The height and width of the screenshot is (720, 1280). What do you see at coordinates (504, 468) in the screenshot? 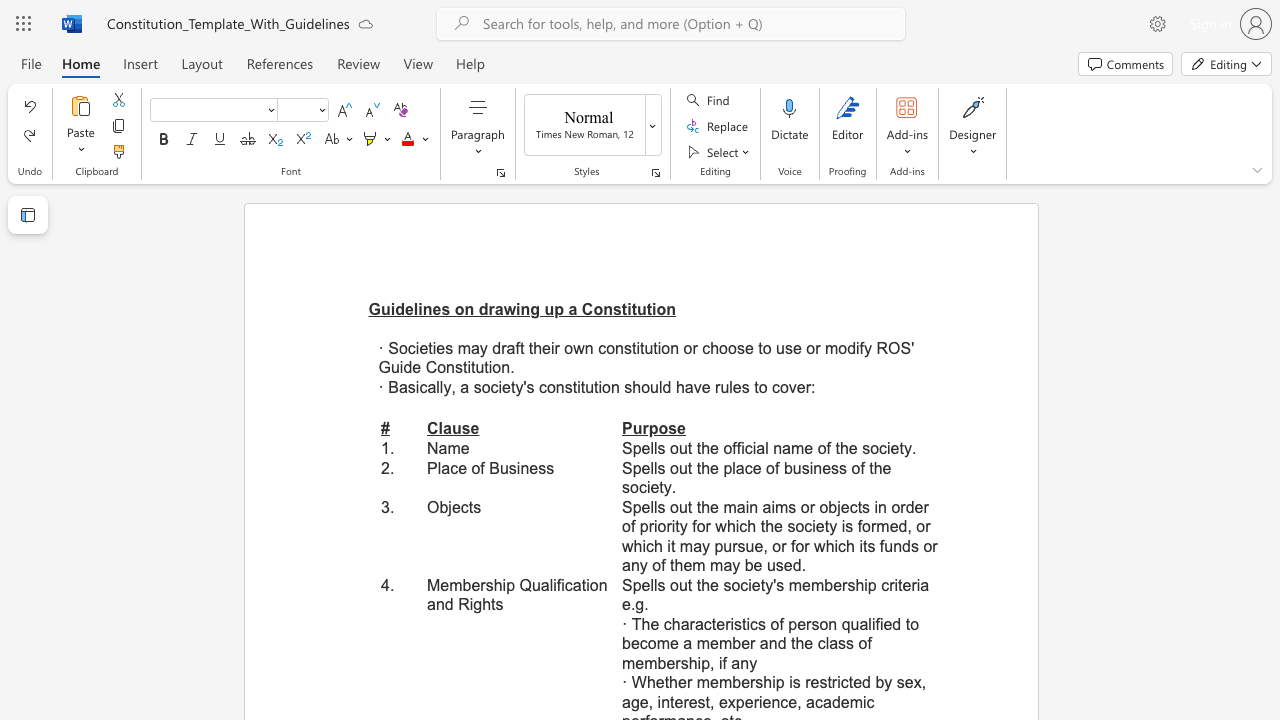
I see `the 1th character "u" in the text` at bounding box center [504, 468].